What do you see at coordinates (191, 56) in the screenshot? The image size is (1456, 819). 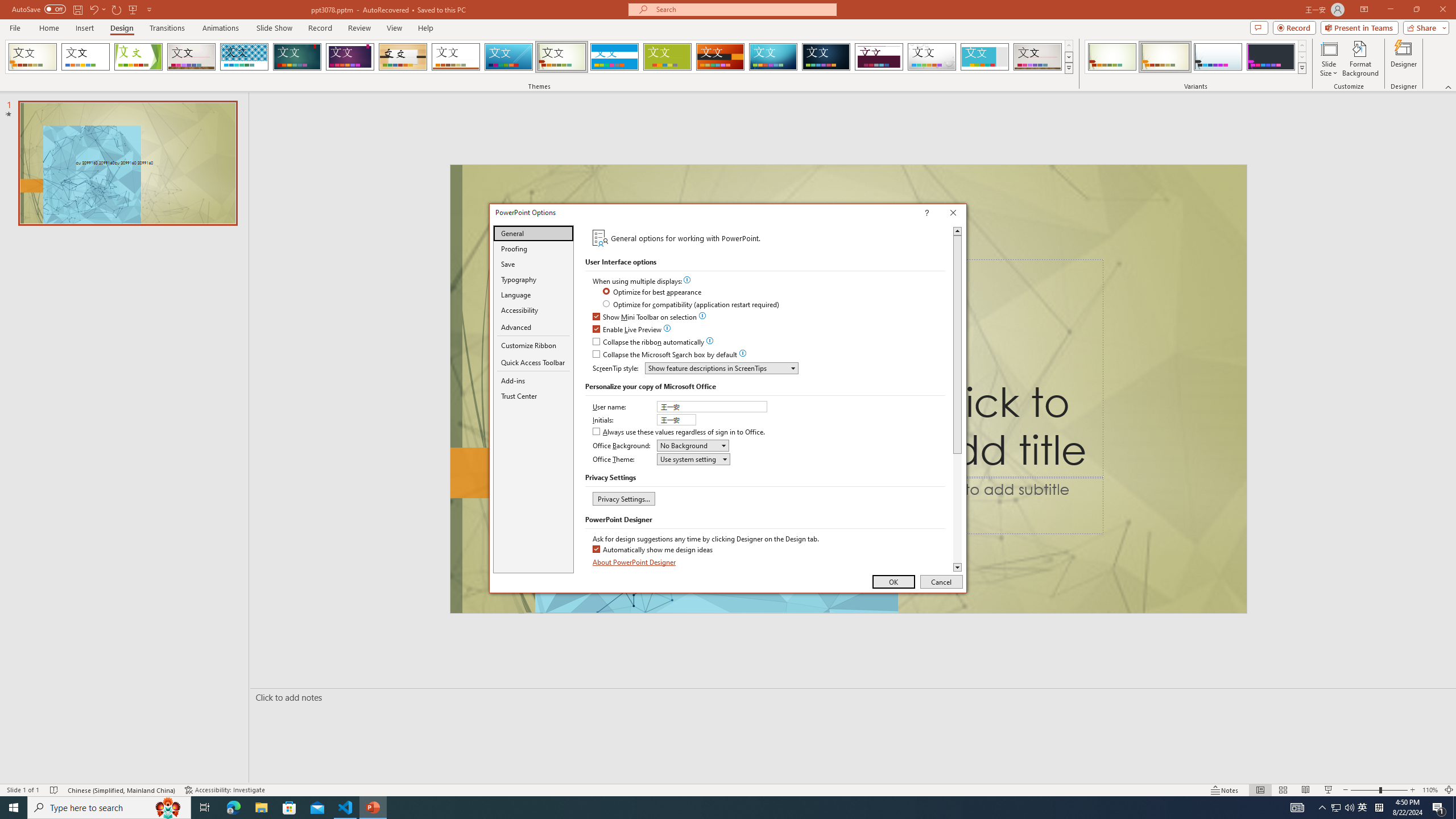 I see `'Gallery'` at bounding box center [191, 56].